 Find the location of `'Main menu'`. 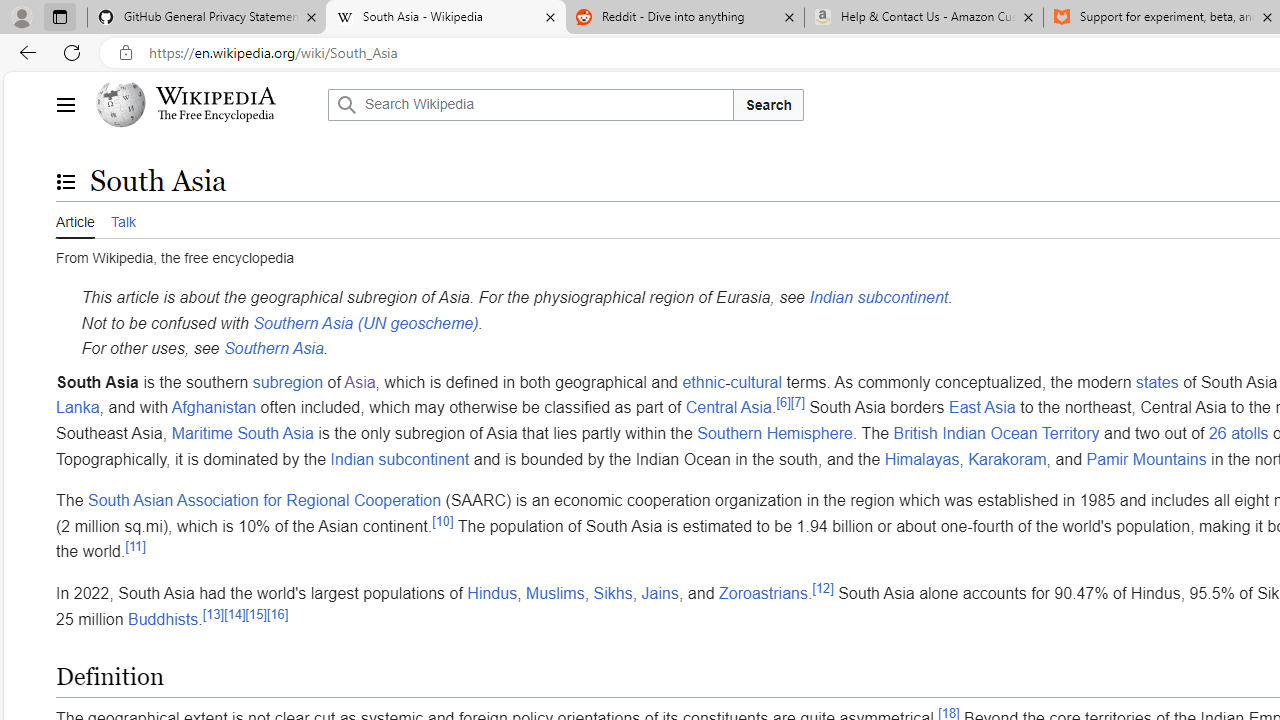

'Main menu' is located at coordinates (65, 105).